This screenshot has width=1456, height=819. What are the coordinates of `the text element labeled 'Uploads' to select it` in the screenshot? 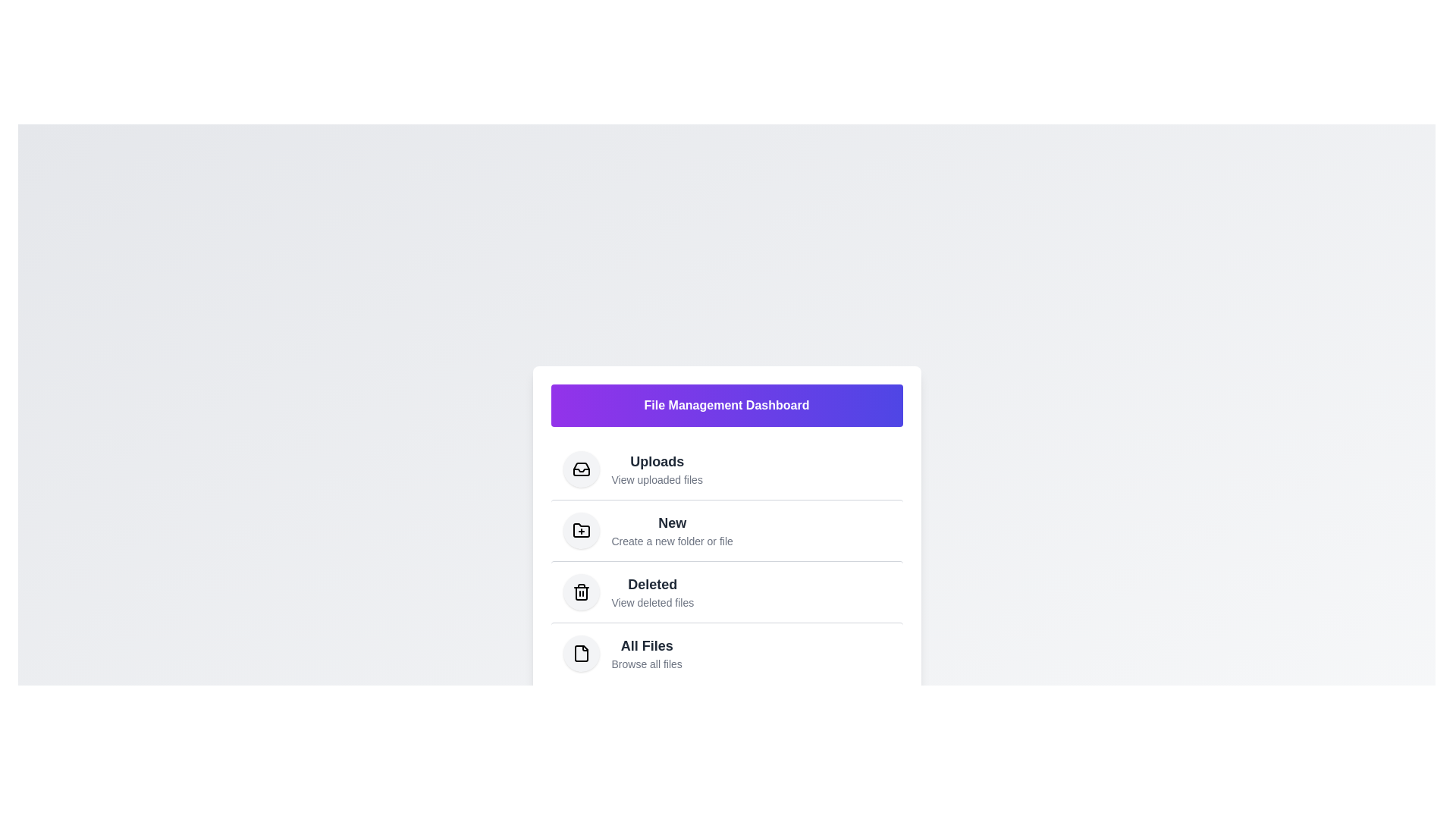 It's located at (657, 460).